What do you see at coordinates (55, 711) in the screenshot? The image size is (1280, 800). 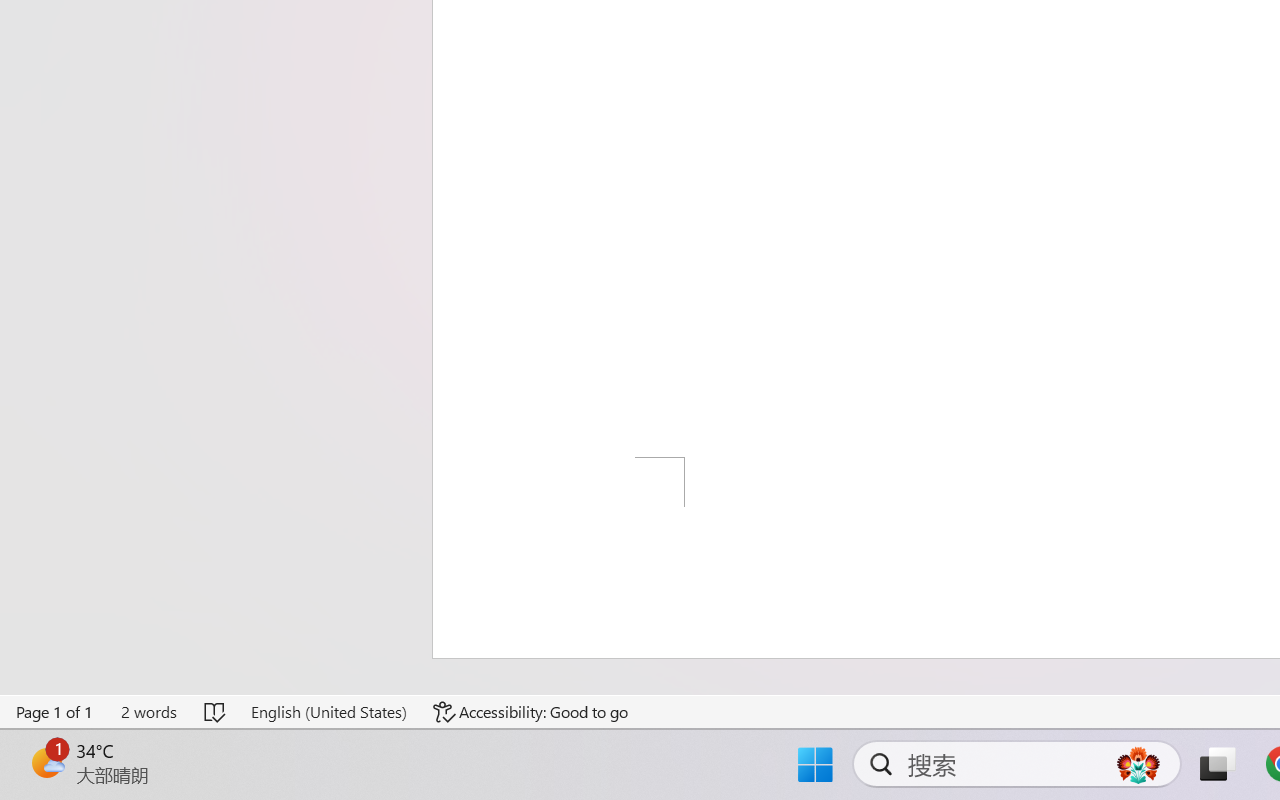 I see `'Page Number Page 1 of 1'` at bounding box center [55, 711].